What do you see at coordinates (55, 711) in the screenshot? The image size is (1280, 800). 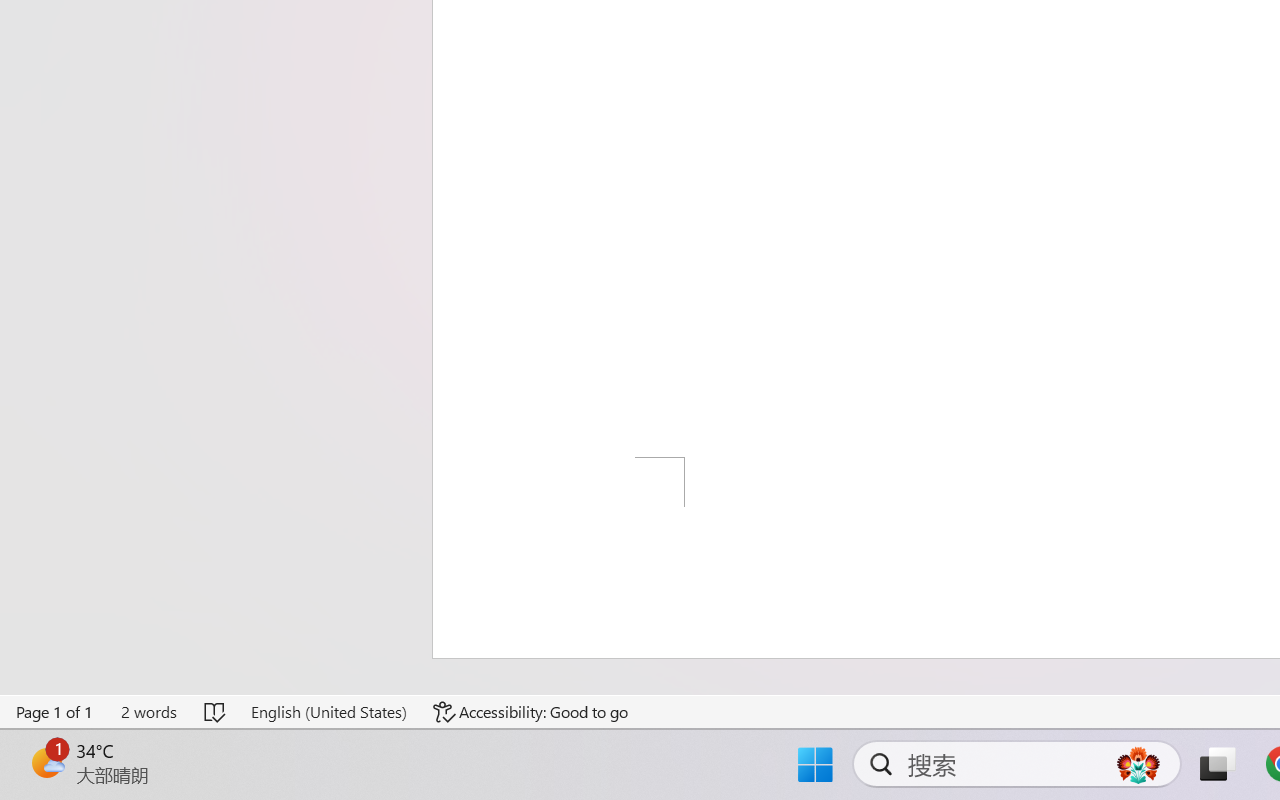 I see `'Page Number Page 1 of 1'` at bounding box center [55, 711].